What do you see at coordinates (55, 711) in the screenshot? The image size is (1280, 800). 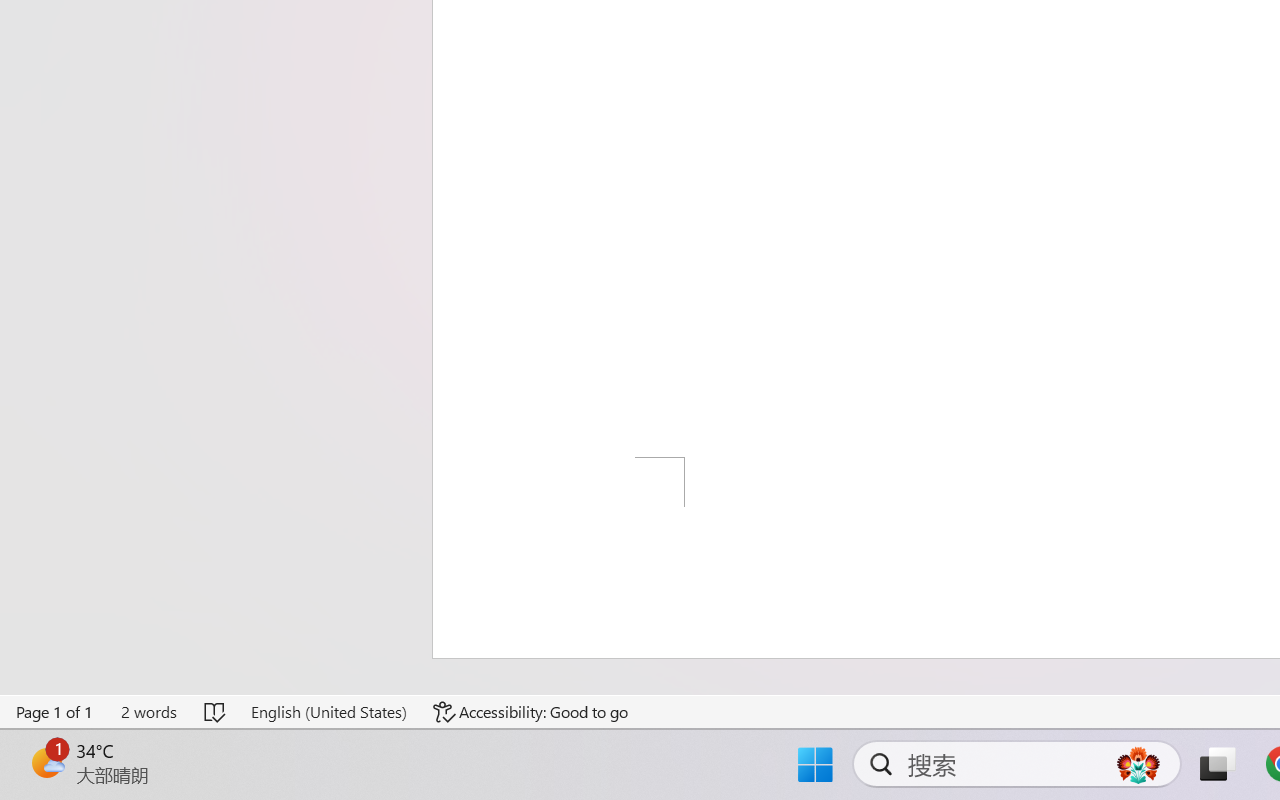 I see `'Page Number Page 1 of 1'` at bounding box center [55, 711].